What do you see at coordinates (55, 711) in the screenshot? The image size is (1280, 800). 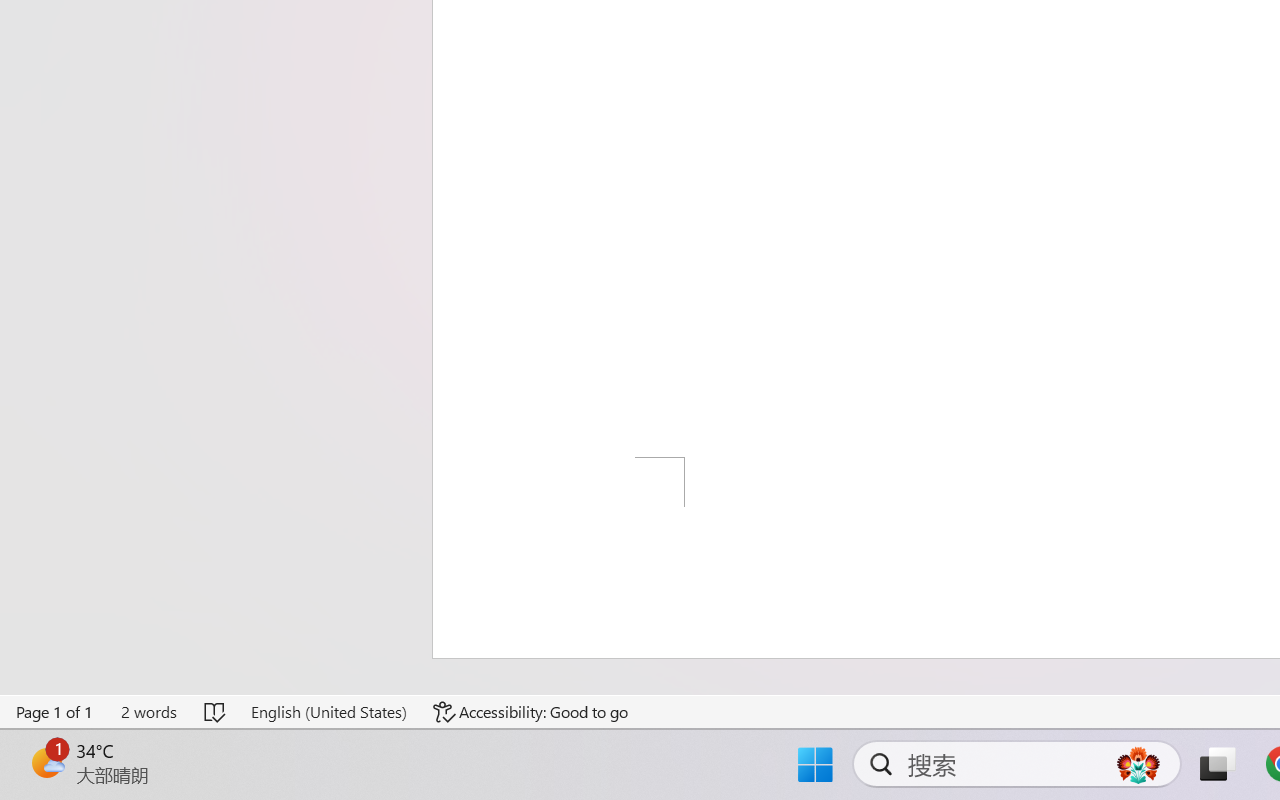 I see `'Page Number Page 1 of 1'` at bounding box center [55, 711].